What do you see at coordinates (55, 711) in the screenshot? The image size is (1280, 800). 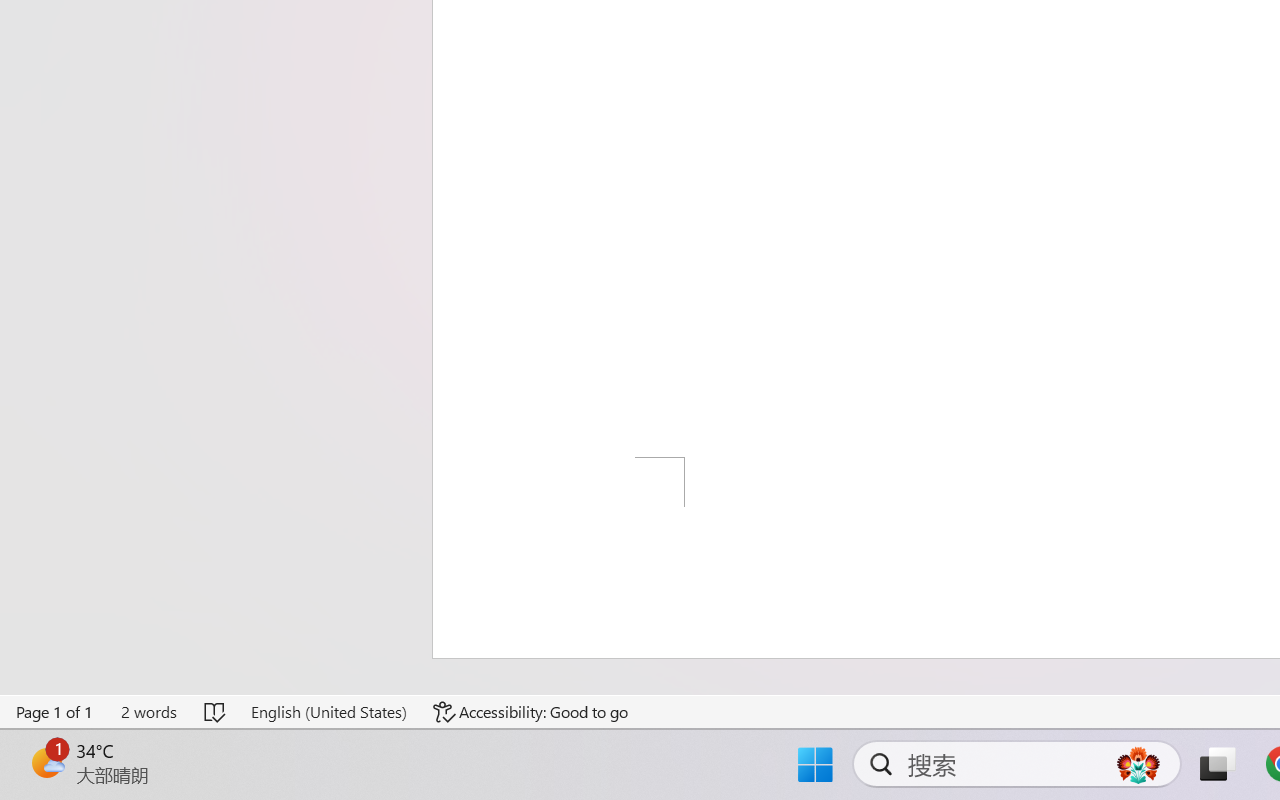 I see `'Page Number Page 1 of 1'` at bounding box center [55, 711].